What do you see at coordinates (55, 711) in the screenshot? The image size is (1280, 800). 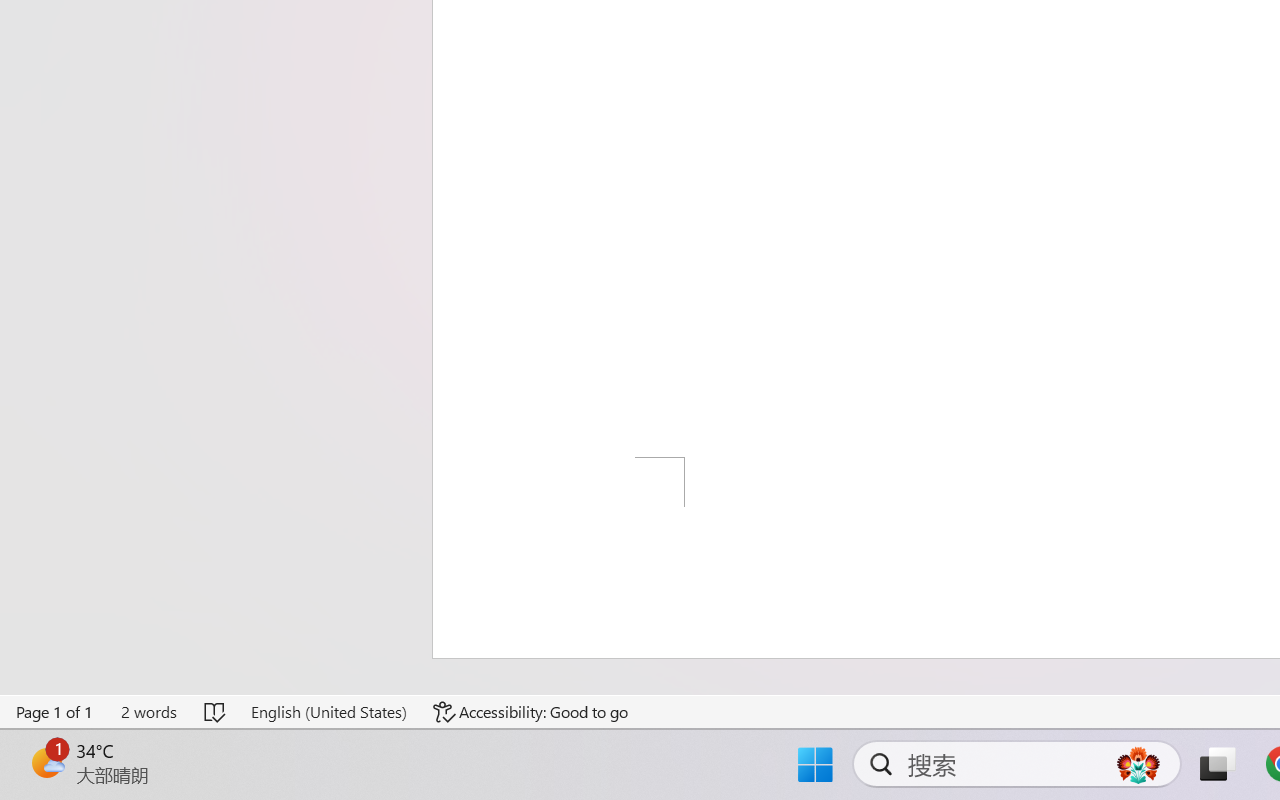 I see `'Page Number Page 1 of 1'` at bounding box center [55, 711].